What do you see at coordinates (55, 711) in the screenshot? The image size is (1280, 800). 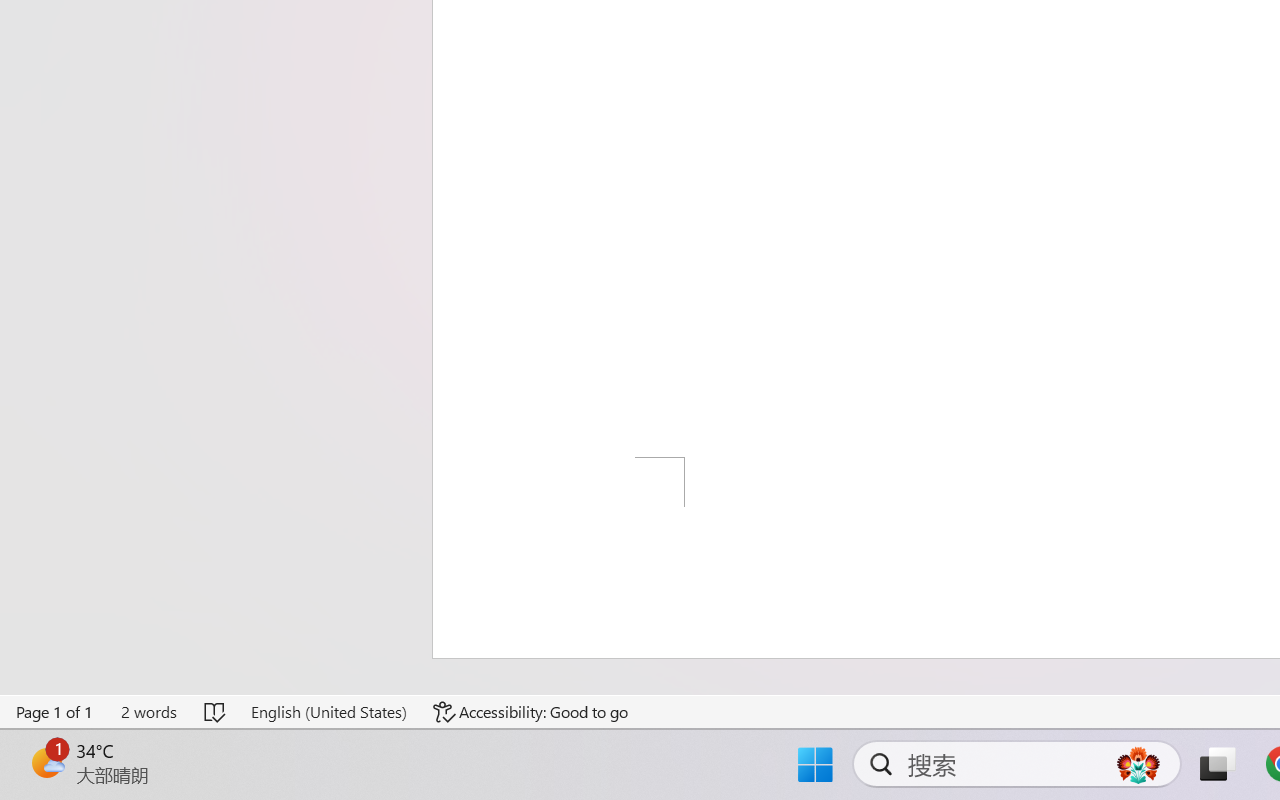 I see `'Page Number Page 1 of 1'` at bounding box center [55, 711].